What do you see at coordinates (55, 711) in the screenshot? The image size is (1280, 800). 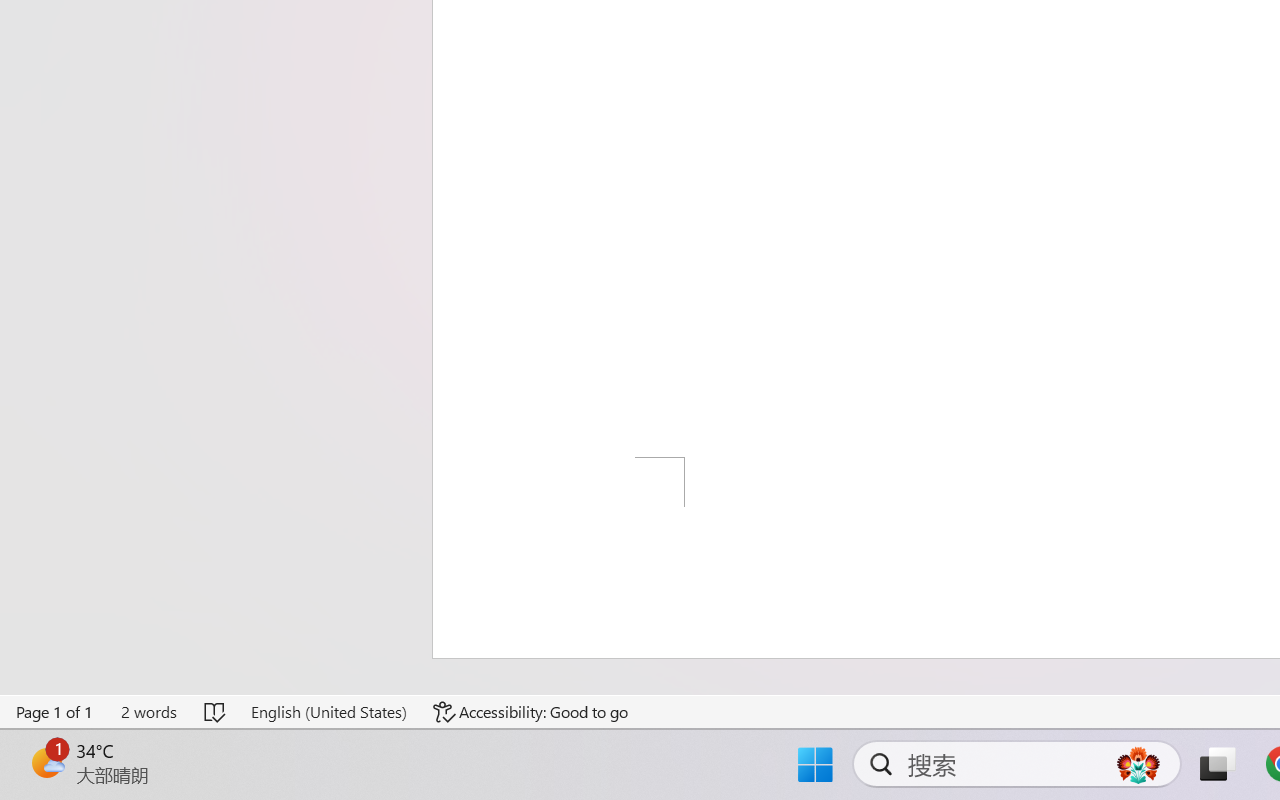 I see `'Page Number Page 1 of 1'` at bounding box center [55, 711].